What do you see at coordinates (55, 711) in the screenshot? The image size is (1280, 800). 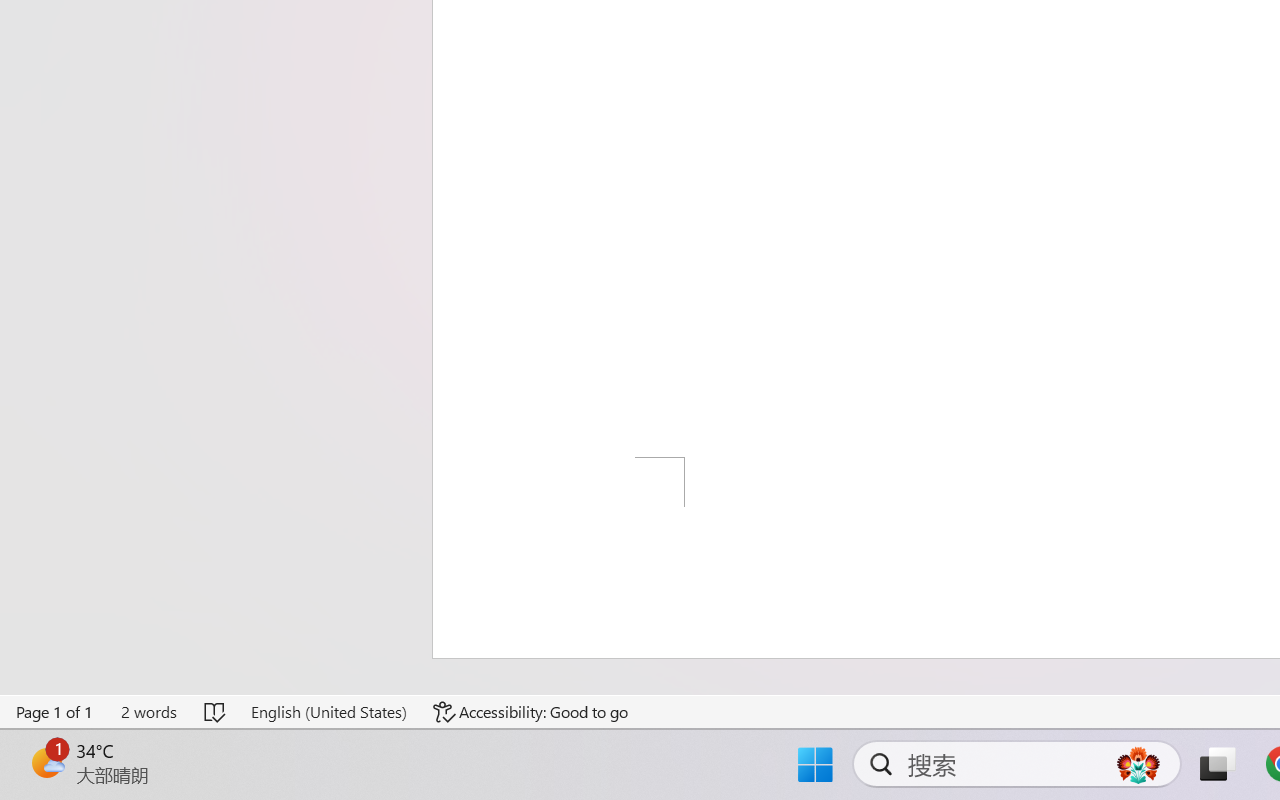 I see `'Page Number Page 1 of 1'` at bounding box center [55, 711].